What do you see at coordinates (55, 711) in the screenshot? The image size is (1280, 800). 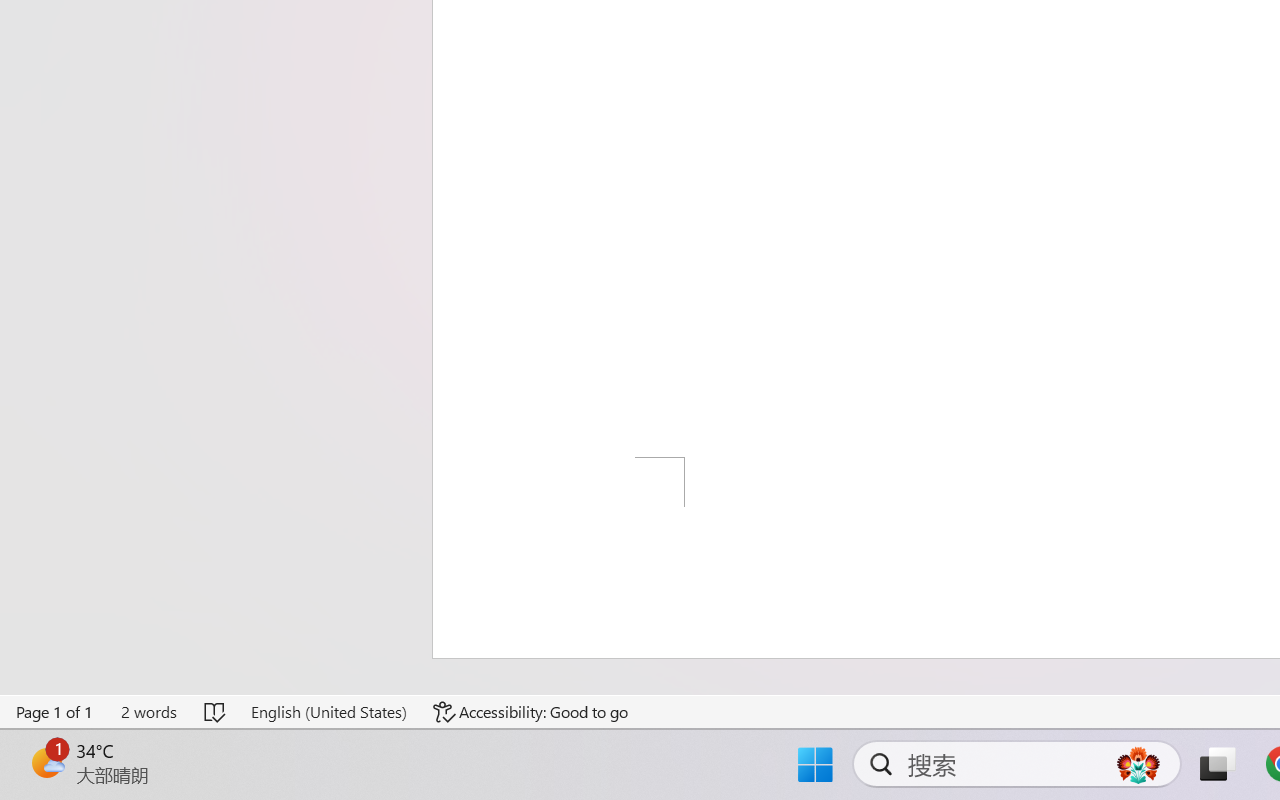 I see `'Page Number Page 1 of 1'` at bounding box center [55, 711].